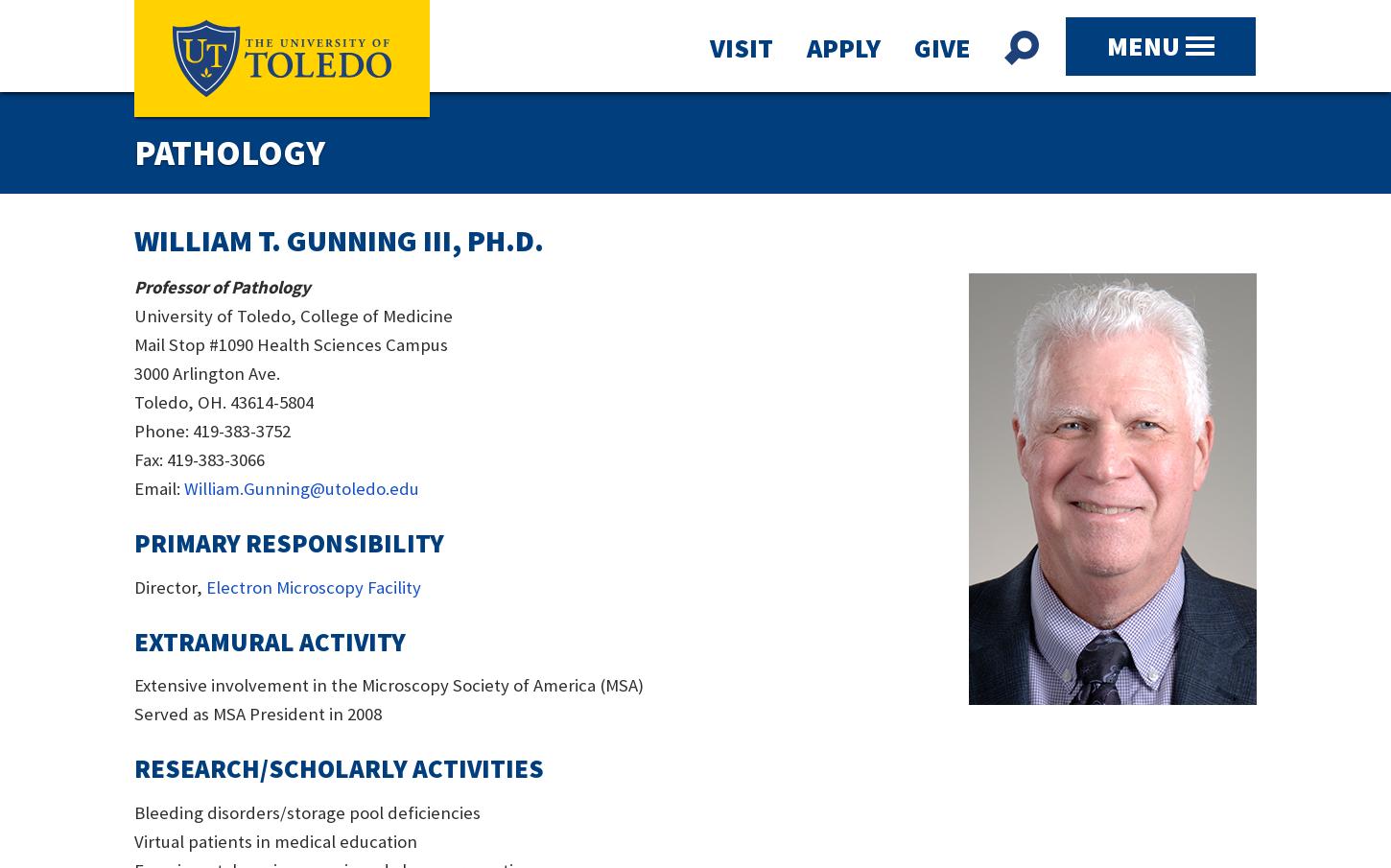 This screenshot has height=868, width=1391. Describe the element at coordinates (313, 585) in the screenshot. I see `'Electron Microscopy Facility'` at that location.